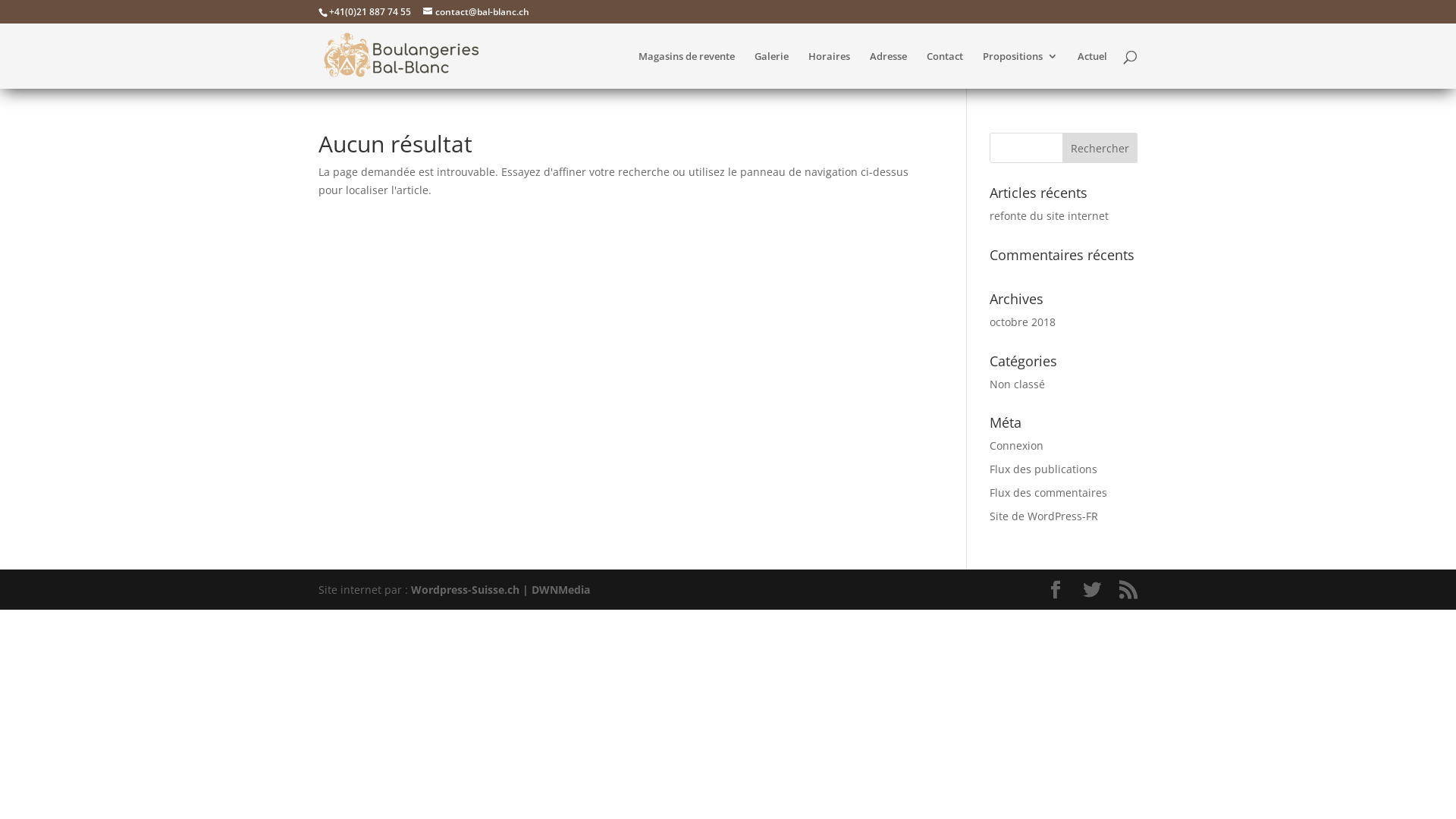 This screenshot has width=1456, height=819. What do you see at coordinates (1043, 468) in the screenshot?
I see `'Flux des publications'` at bounding box center [1043, 468].